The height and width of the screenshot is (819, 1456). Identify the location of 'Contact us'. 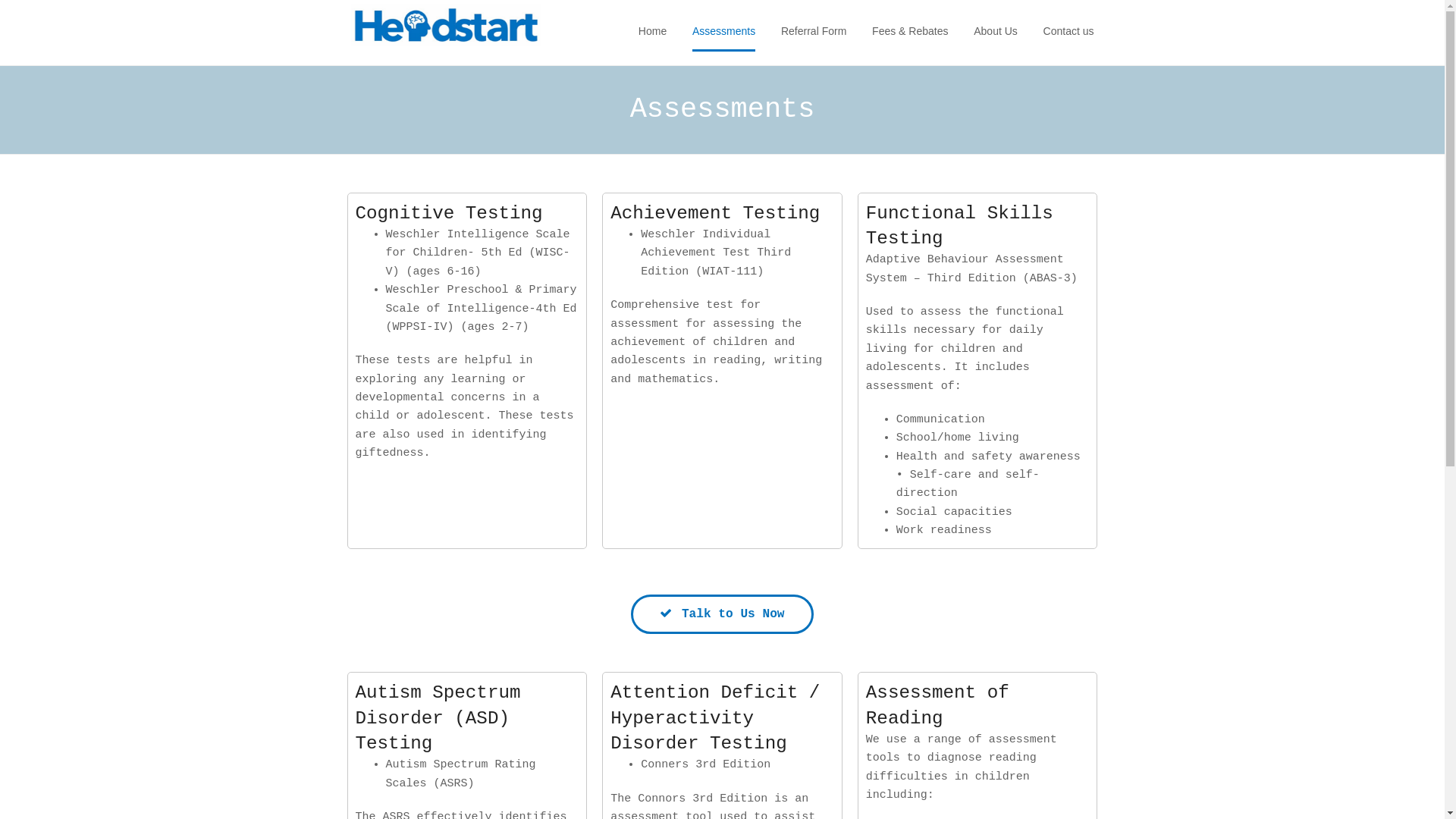
(1043, 32).